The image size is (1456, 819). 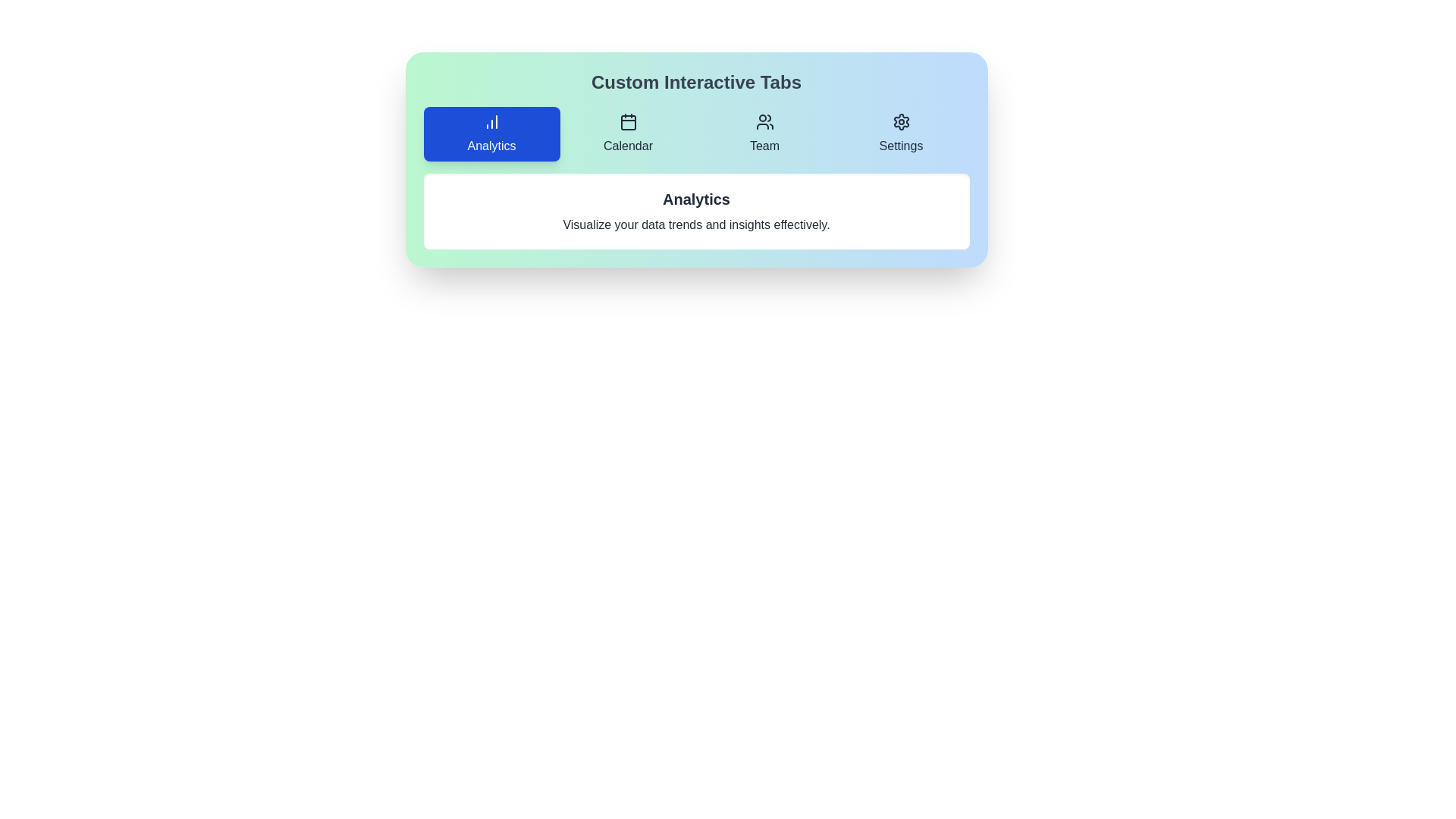 I want to click on the text element displaying 'Visualize your data trends and insights effectively' which is located under the title 'Analytics', so click(x=695, y=225).